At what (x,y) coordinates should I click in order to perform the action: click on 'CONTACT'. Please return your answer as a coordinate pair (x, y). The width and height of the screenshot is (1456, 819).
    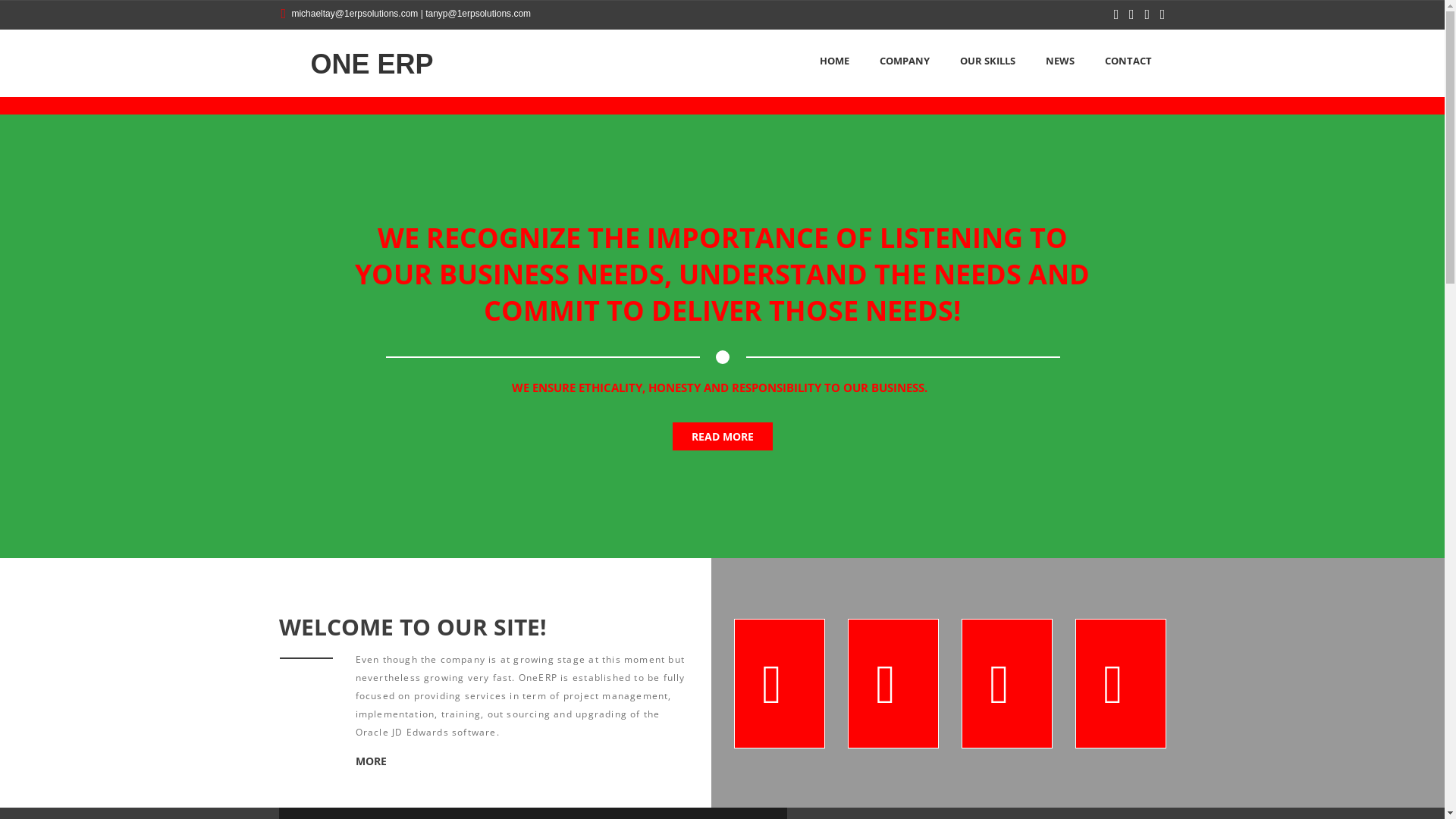
    Looking at the image, I should click on (1128, 60).